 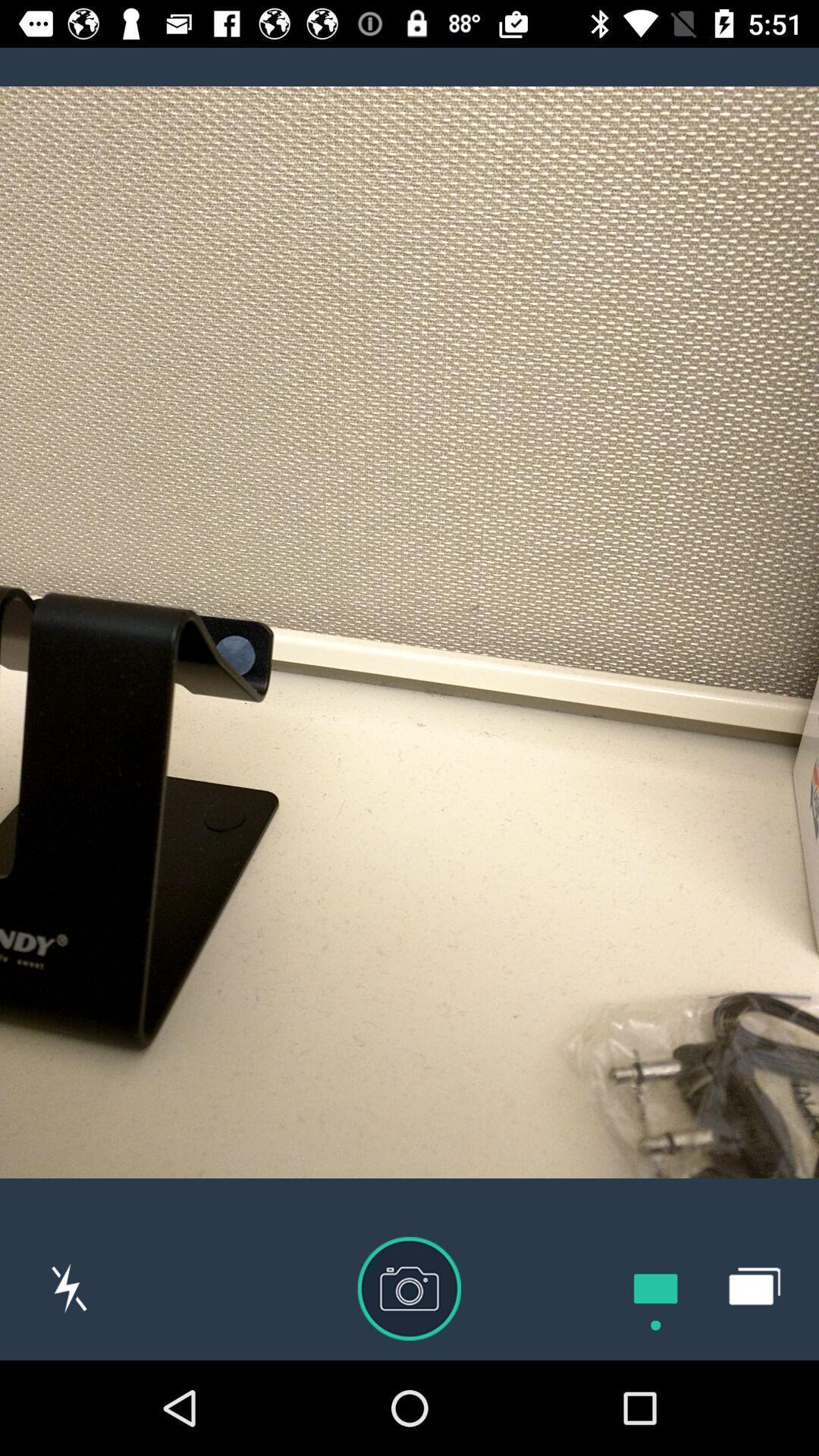 I want to click on the photo icon, so click(x=409, y=1288).